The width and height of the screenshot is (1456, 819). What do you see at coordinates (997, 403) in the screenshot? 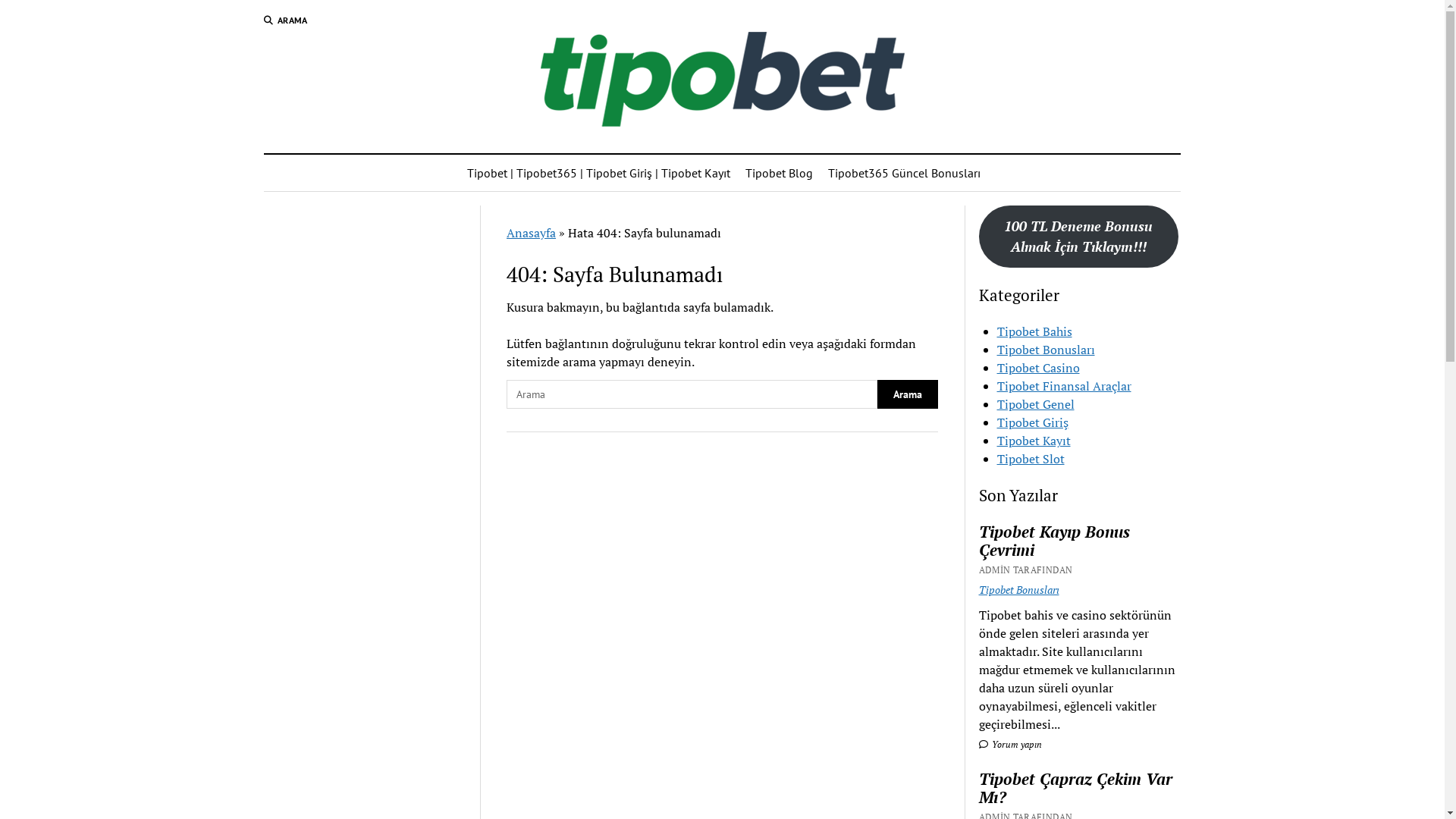
I see `'Tipobet Genel'` at bounding box center [997, 403].